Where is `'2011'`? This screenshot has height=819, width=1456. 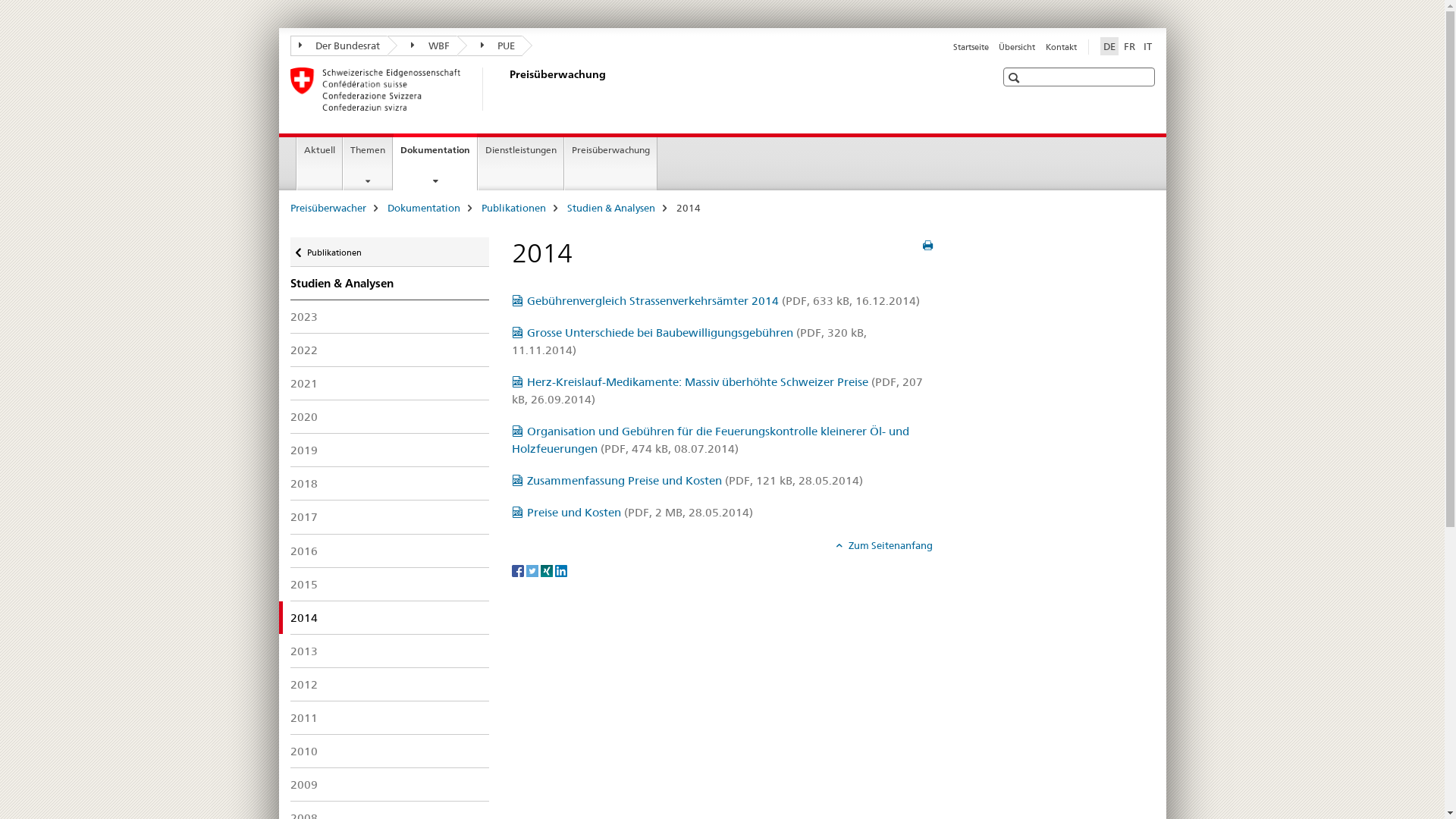
'2011' is located at coordinates (389, 717).